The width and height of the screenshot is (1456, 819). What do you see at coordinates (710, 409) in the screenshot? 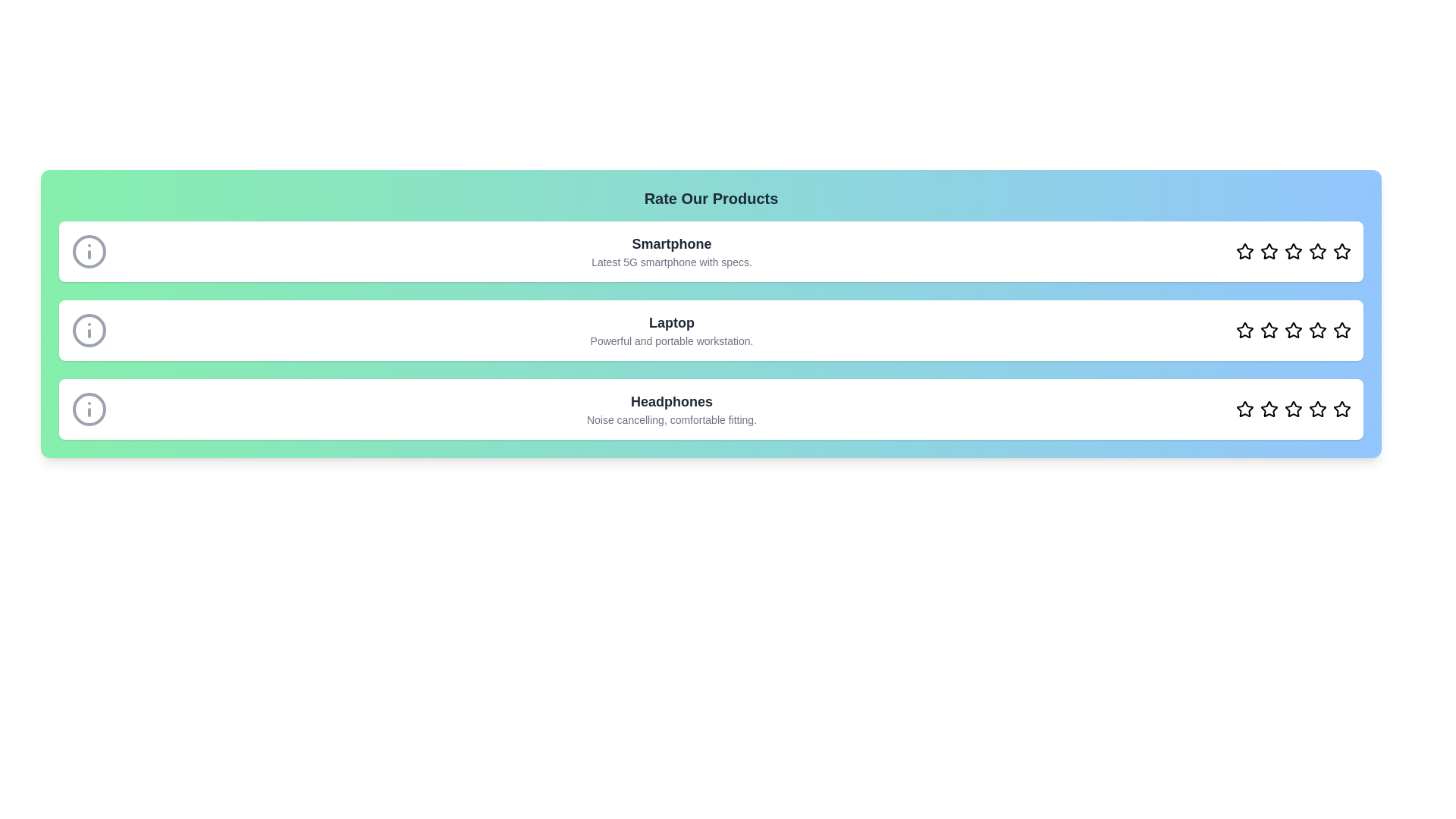
I see `text content of the Product information card displaying 'Headphones', which is the third item in a vertically aligned list of product descriptions` at bounding box center [710, 409].